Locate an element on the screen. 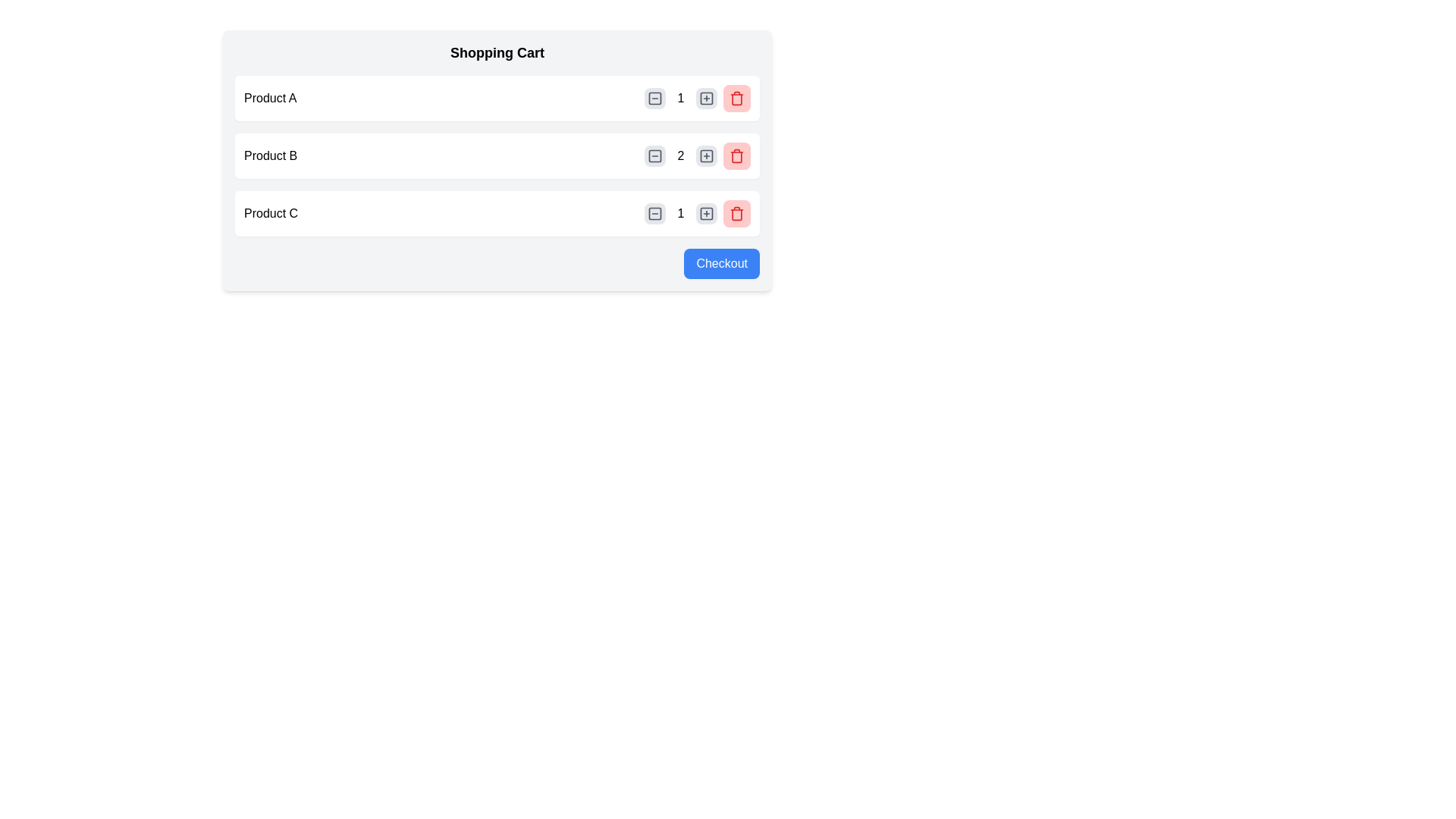 The height and width of the screenshot is (819, 1456). the red rounded button with a trash icon located on the rightmost side of the second product entry in the shopping cart interface is located at coordinates (736, 155).